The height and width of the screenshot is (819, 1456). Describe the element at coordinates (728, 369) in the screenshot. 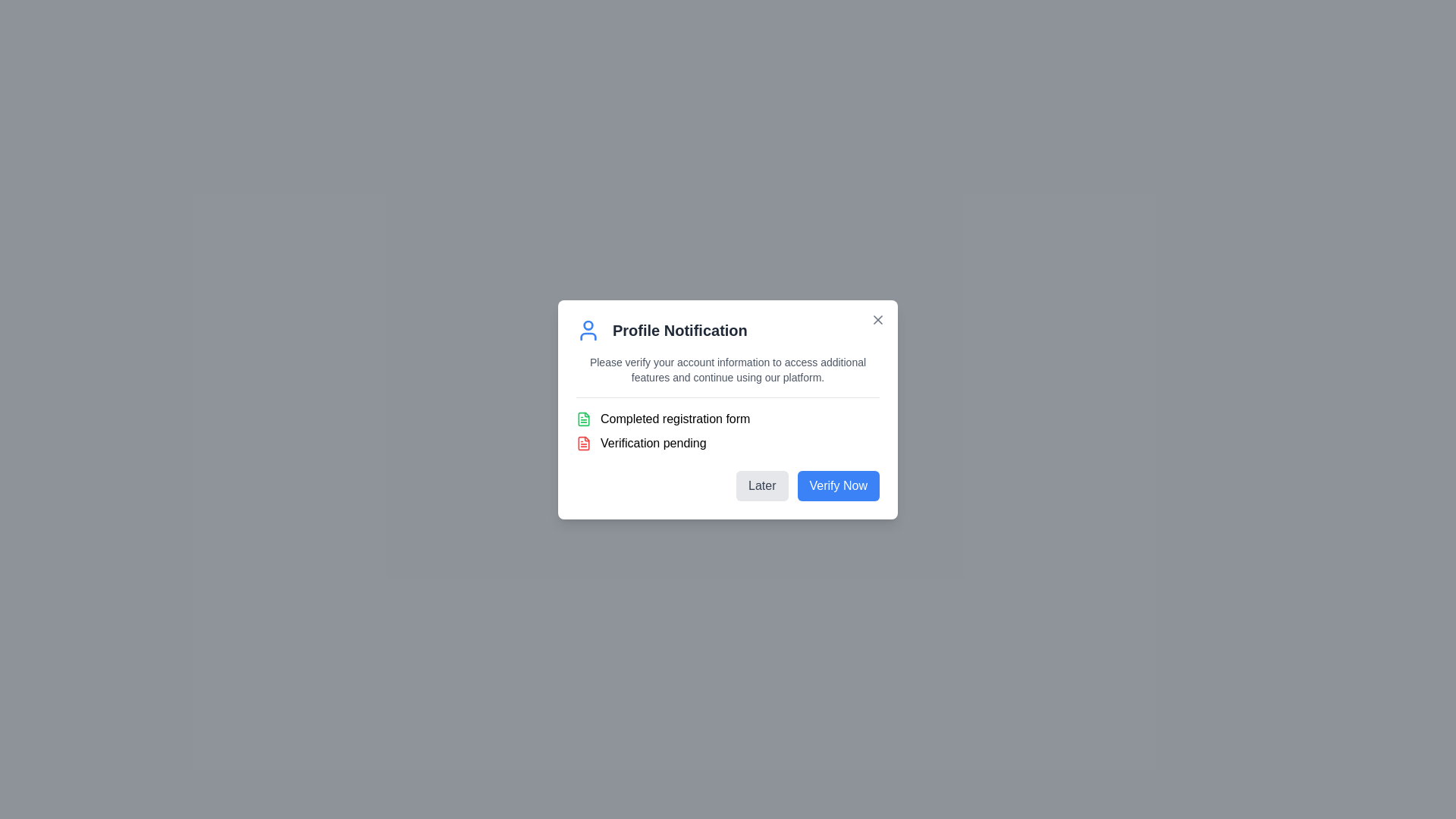

I see `the instructional text located below the title in the 'Profile Notification' dialog box, which informs the user about verifying their account information` at that location.